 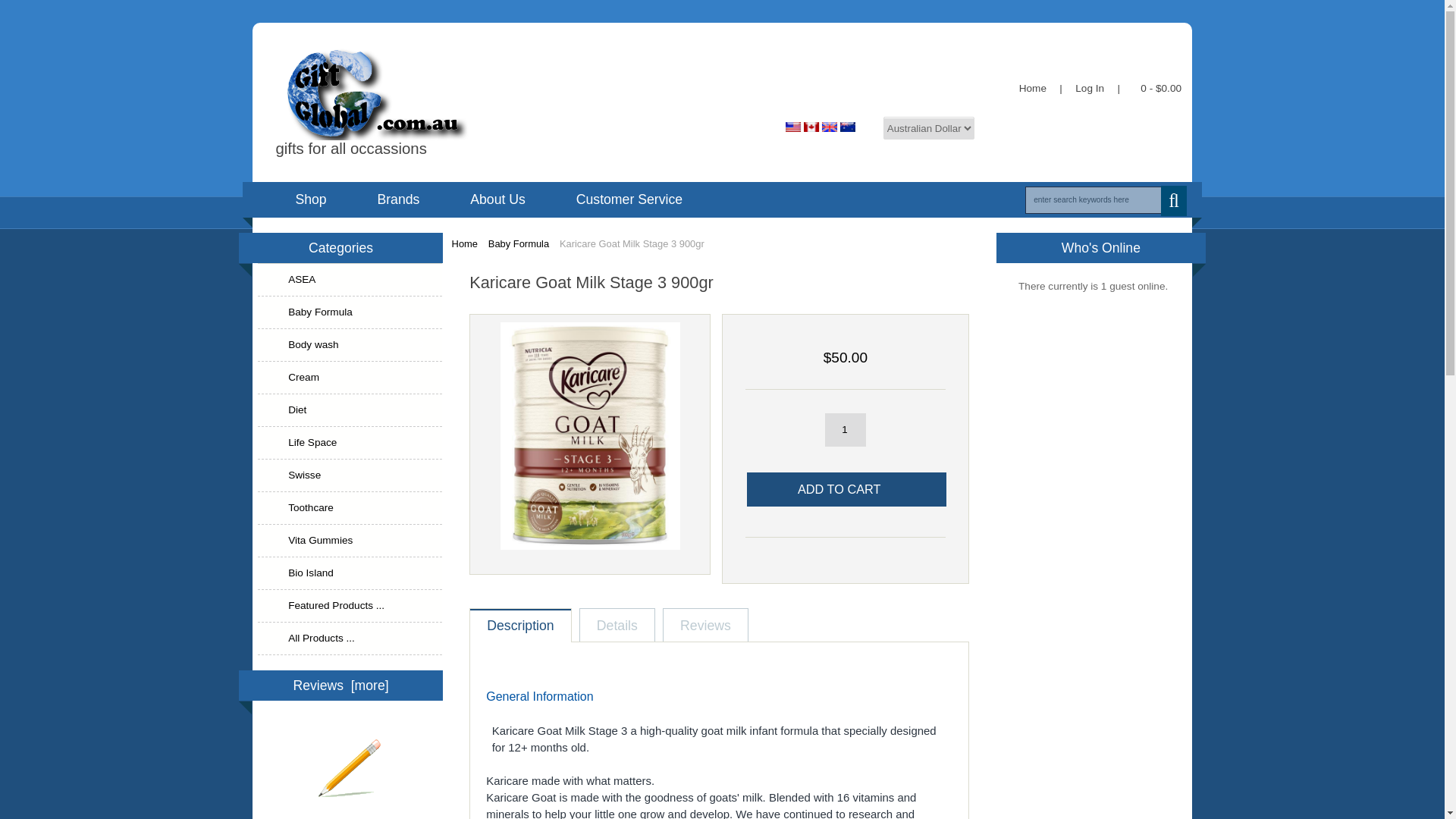 What do you see at coordinates (349, 312) in the screenshot?
I see `'Baby Formula` at bounding box center [349, 312].